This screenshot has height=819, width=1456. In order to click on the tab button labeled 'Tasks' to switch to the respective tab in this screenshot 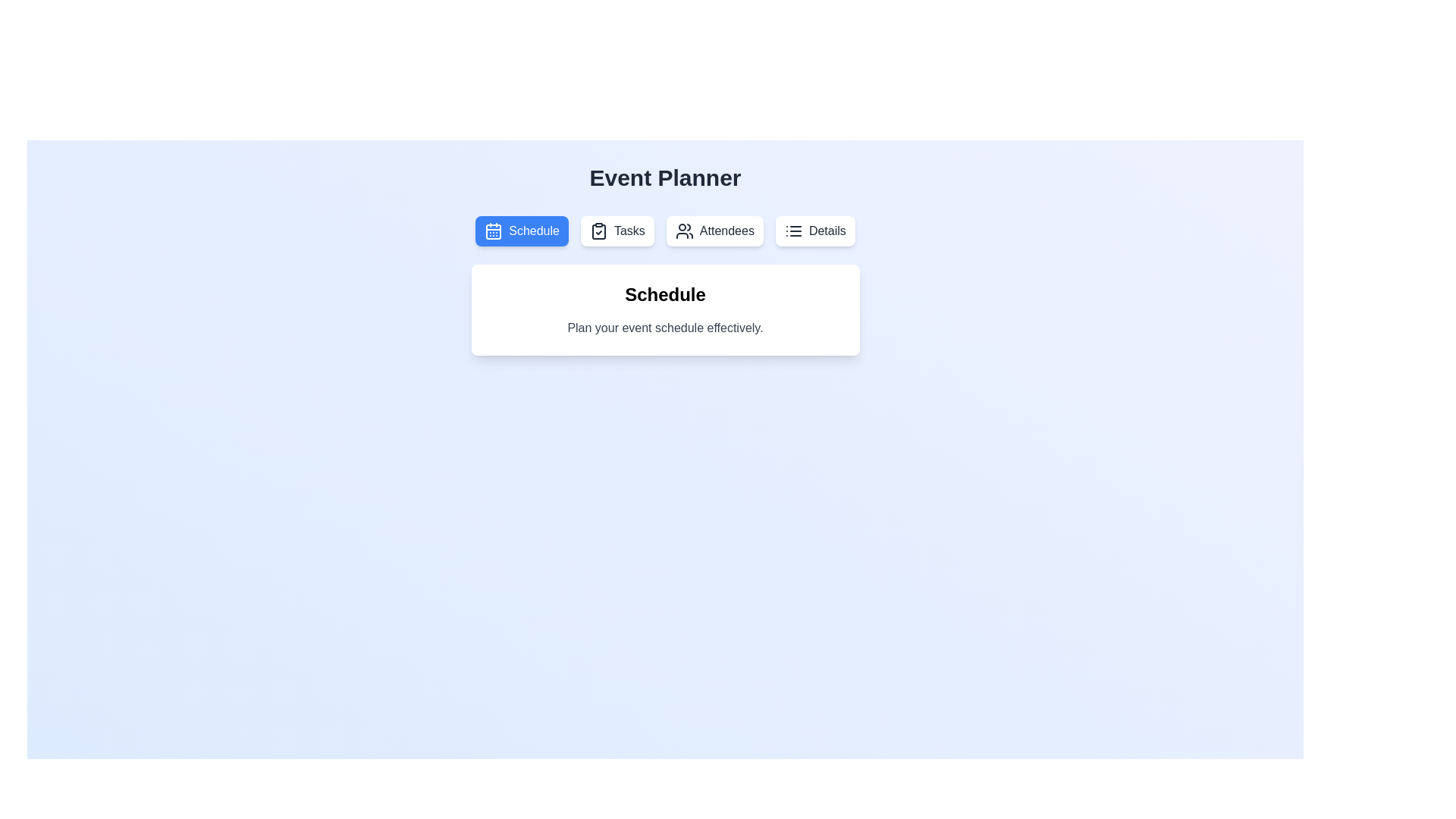, I will do `click(617, 231)`.